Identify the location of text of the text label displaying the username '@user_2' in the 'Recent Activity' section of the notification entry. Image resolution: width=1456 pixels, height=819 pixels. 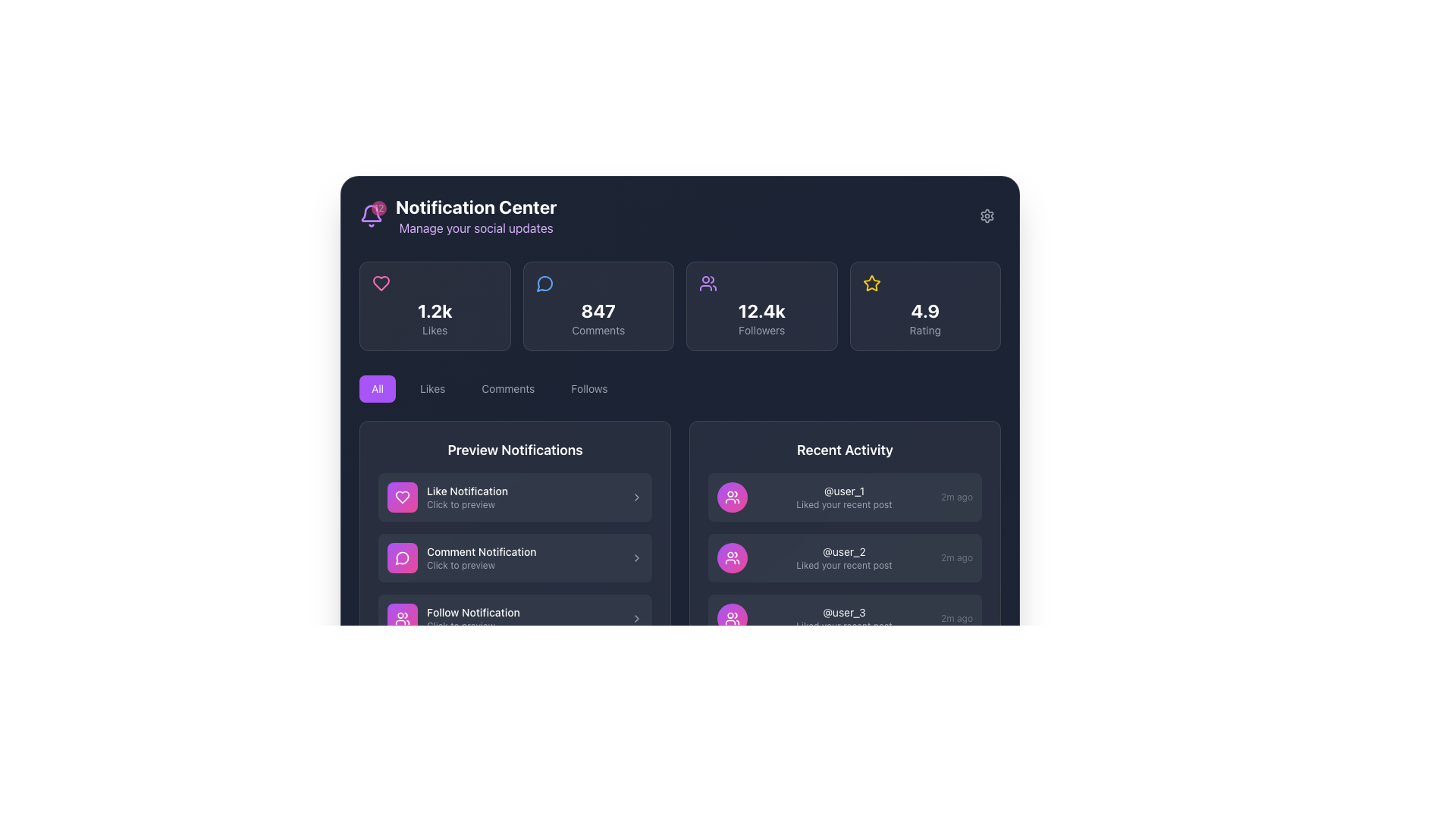
(843, 552).